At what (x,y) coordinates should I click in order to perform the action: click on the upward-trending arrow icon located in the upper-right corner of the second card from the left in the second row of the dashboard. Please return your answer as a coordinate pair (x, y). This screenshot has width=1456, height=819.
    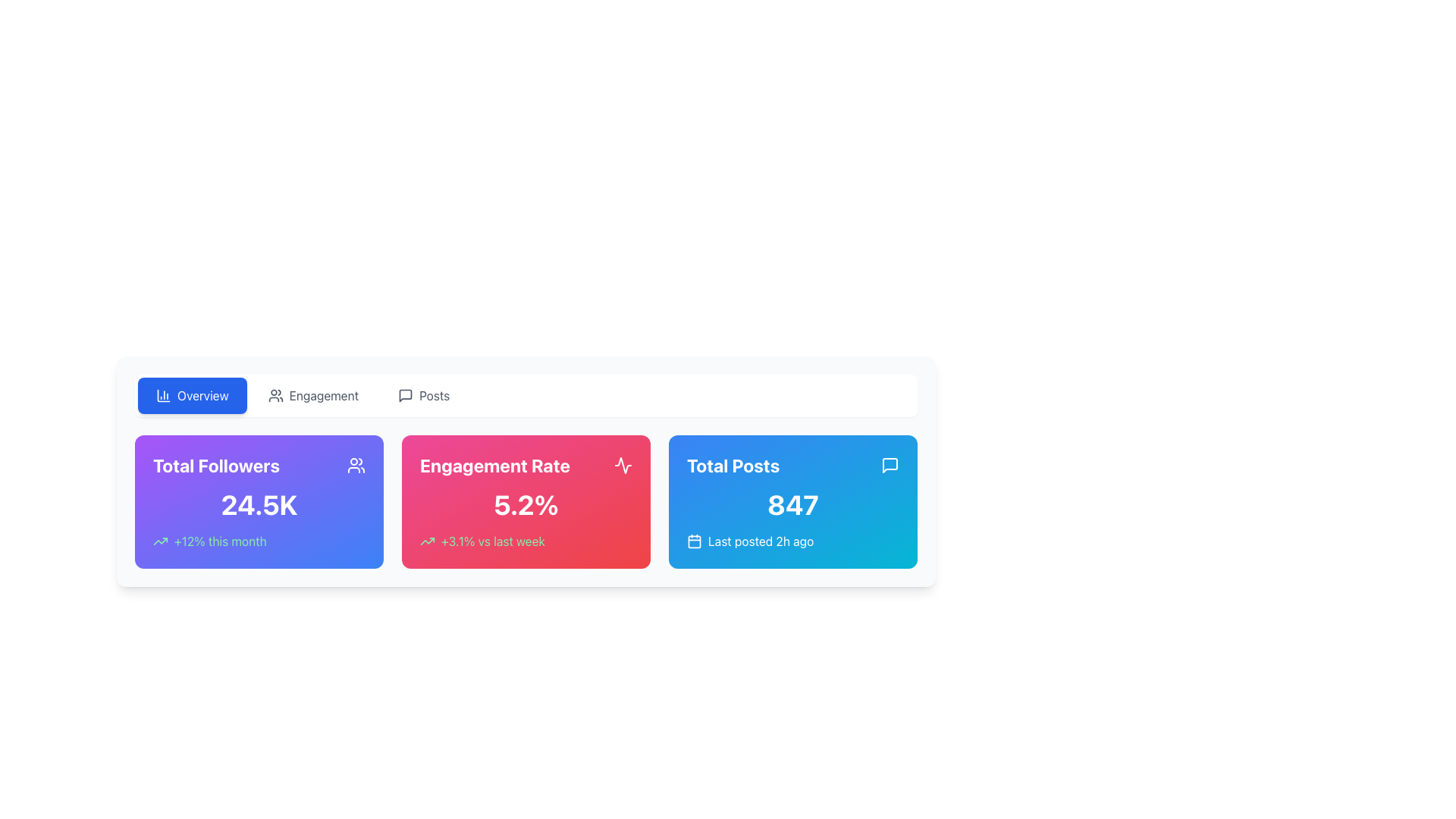
    Looking at the image, I should click on (160, 540).